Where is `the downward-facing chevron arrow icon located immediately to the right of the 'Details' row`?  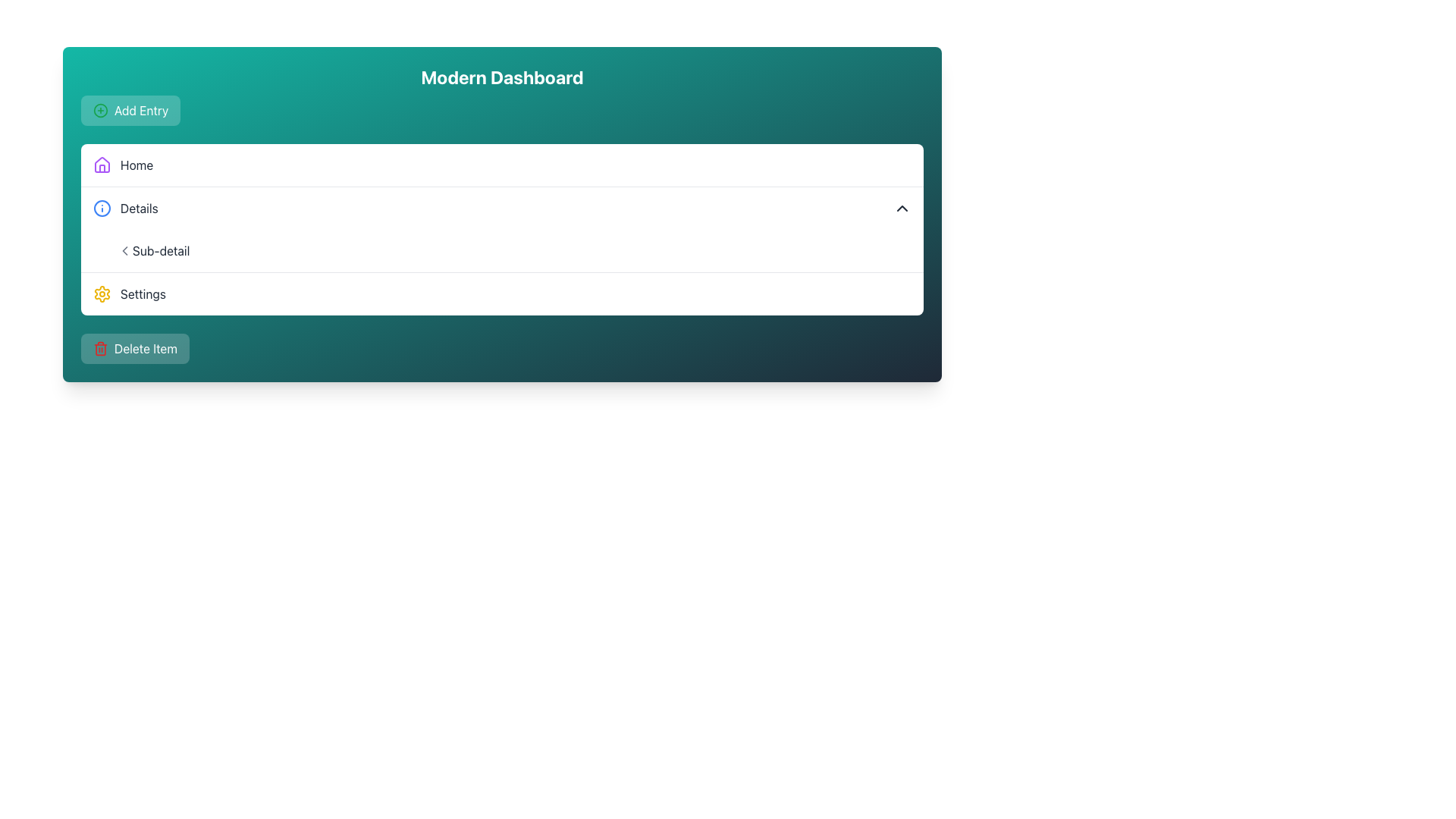
the downward-facing chevron arrow icon located immediately to the right of the 'Details' row is located at coordinates (902, 208).